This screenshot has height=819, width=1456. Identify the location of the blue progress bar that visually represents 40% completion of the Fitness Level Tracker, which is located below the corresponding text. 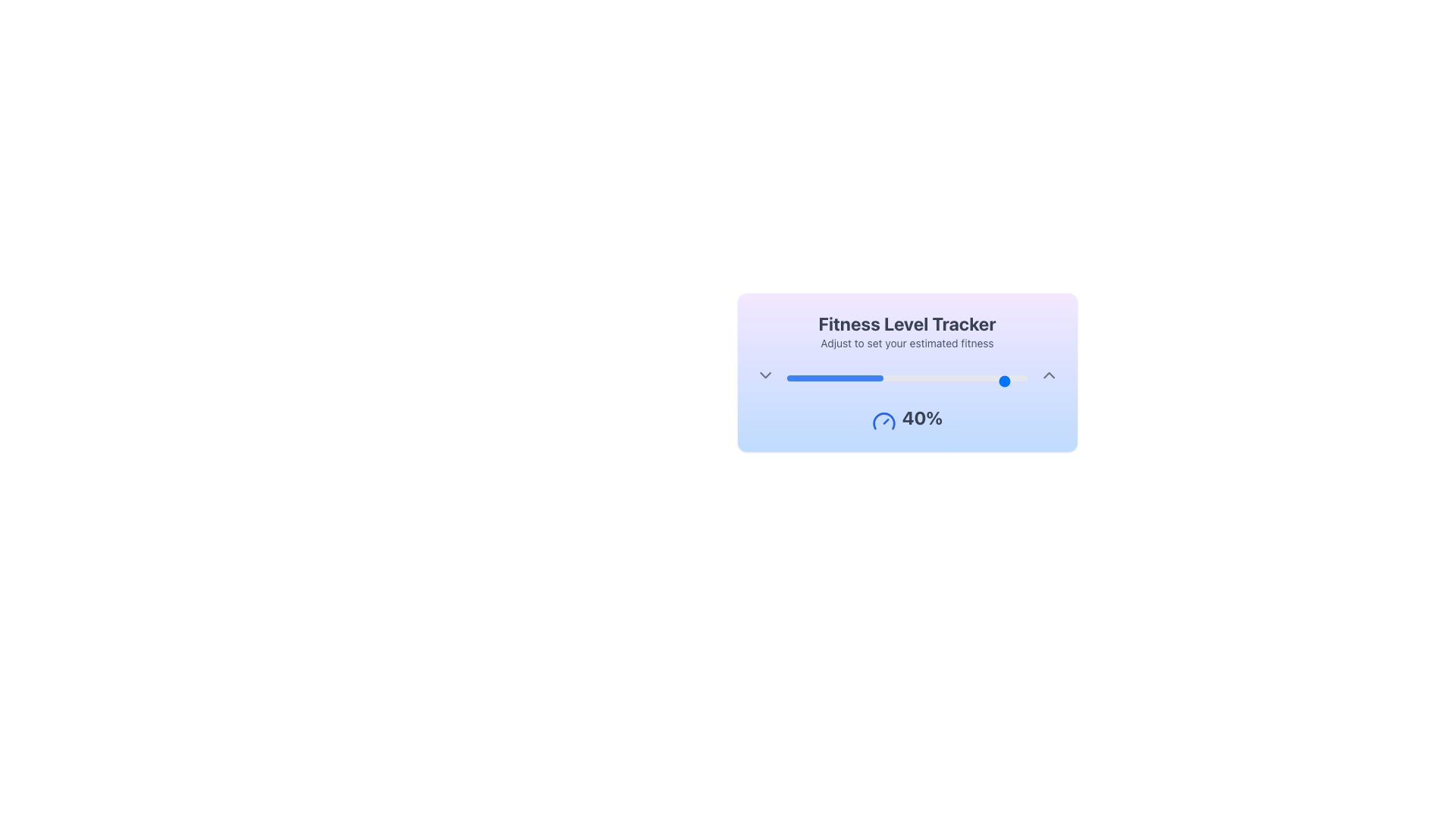
(834, 377).